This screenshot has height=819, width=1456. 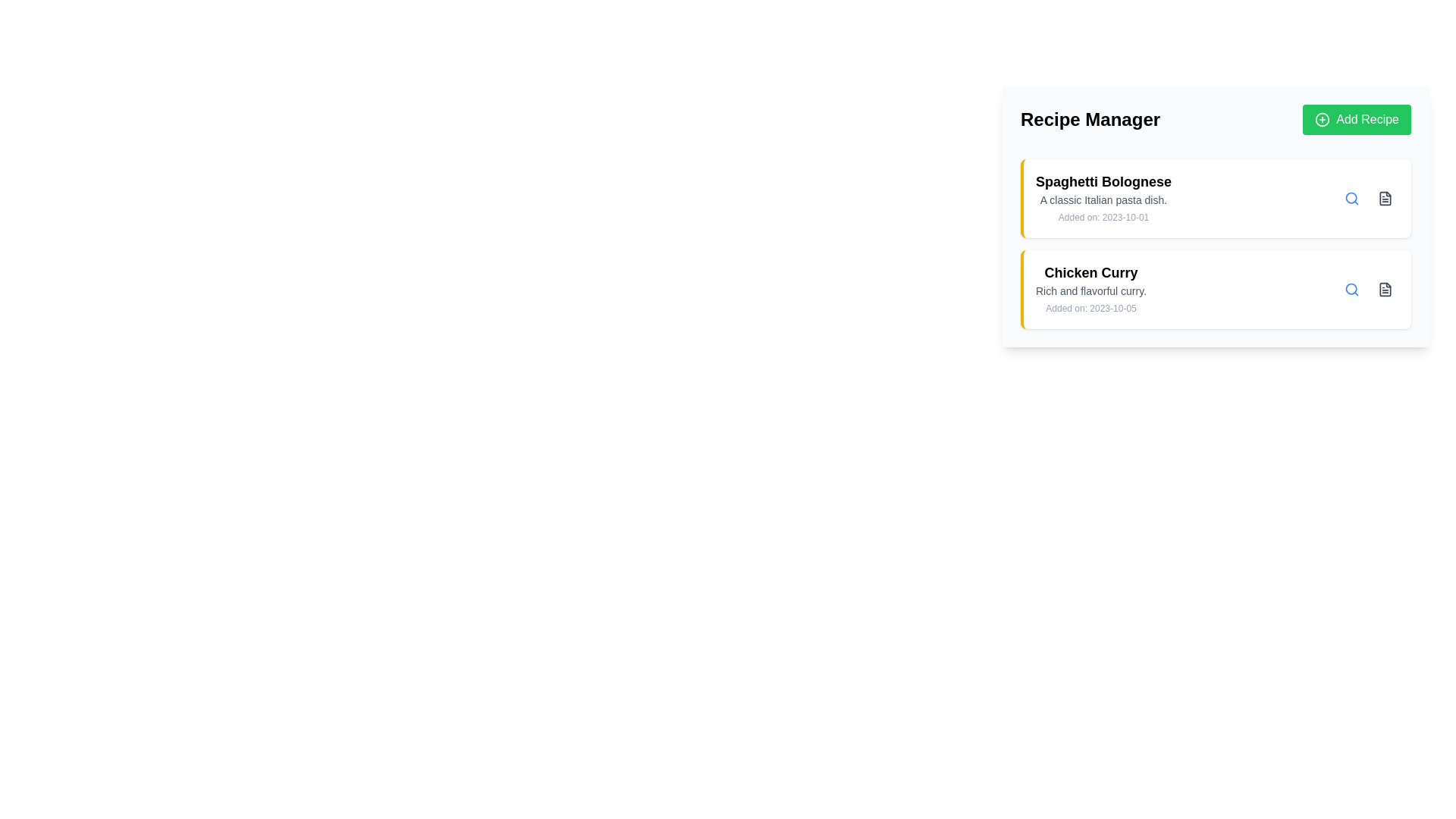 What do you see at coordinates (1103, 199) in the screenshot?
I see `the text label displaying 'A classic Italian pasta dish.' which is located below the title 'Spaghetti Bolognese' in the upper-right quadrant of the interface` at bounding box center [1103, 199].